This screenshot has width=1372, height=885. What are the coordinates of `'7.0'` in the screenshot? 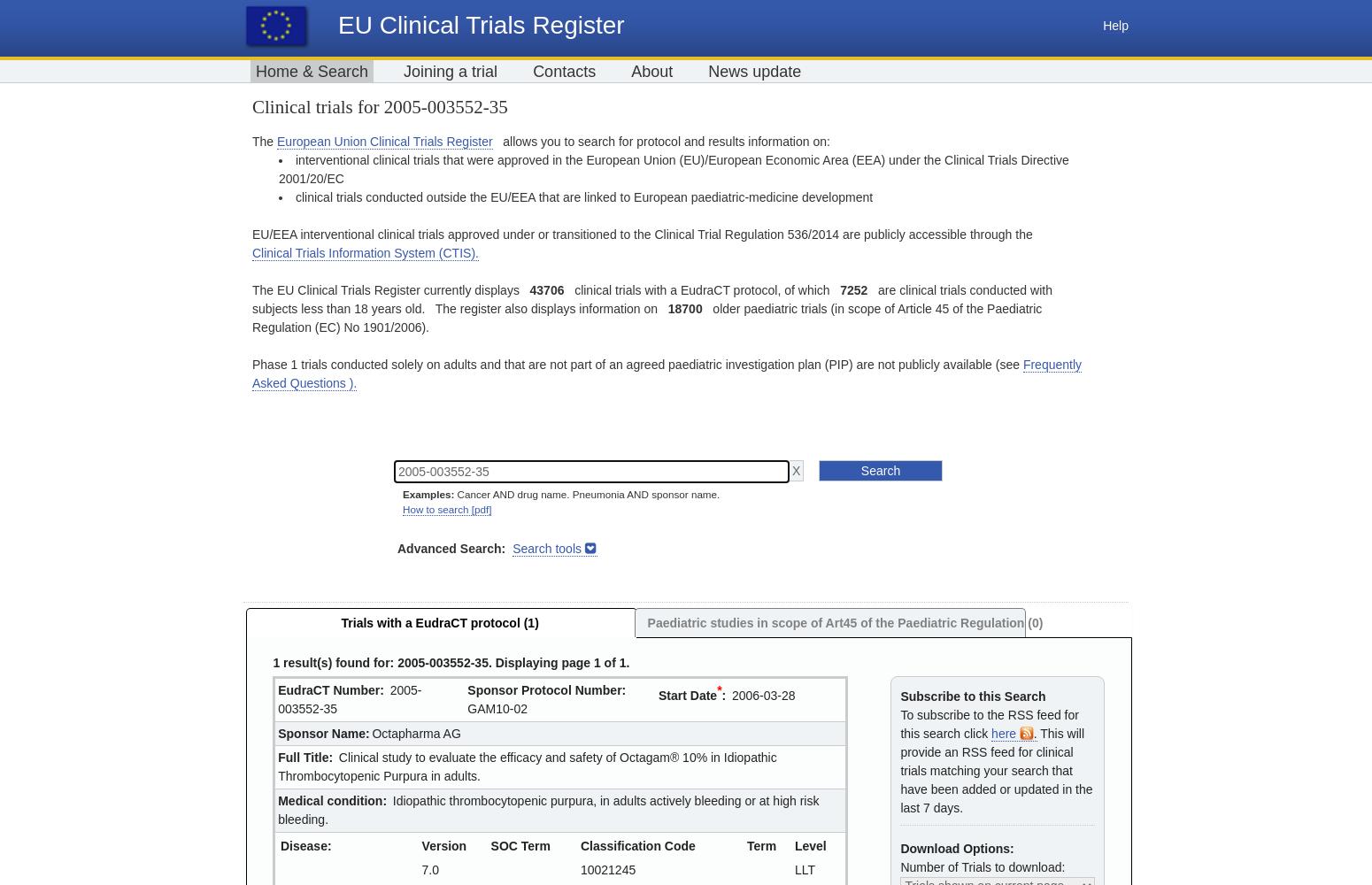 It's located at (428, 868).